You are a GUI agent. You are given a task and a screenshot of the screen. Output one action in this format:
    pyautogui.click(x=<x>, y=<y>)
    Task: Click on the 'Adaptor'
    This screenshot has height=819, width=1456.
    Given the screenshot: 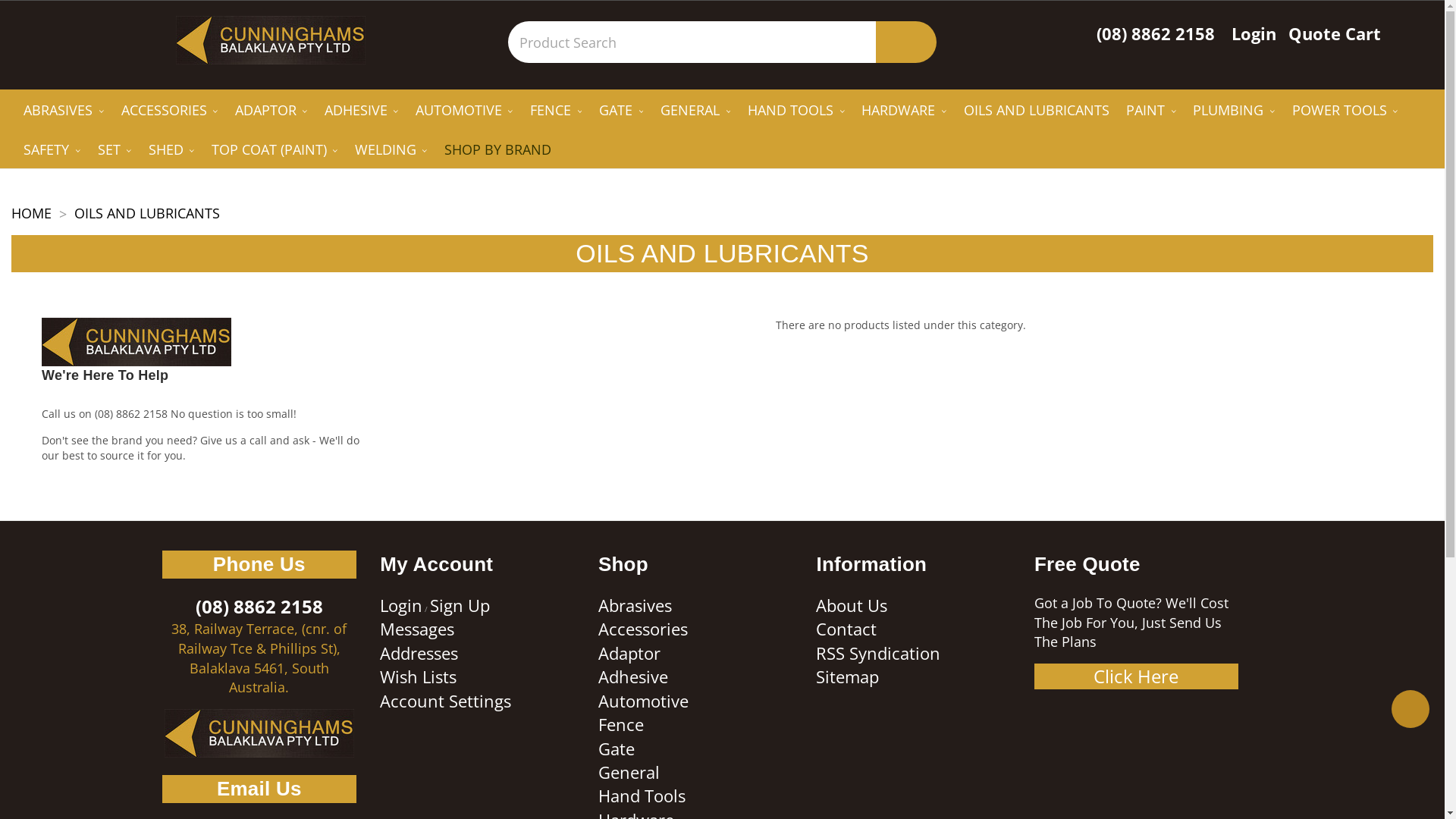 What is the action you would take?
    pyautogui.click(x=629, y=651)
    